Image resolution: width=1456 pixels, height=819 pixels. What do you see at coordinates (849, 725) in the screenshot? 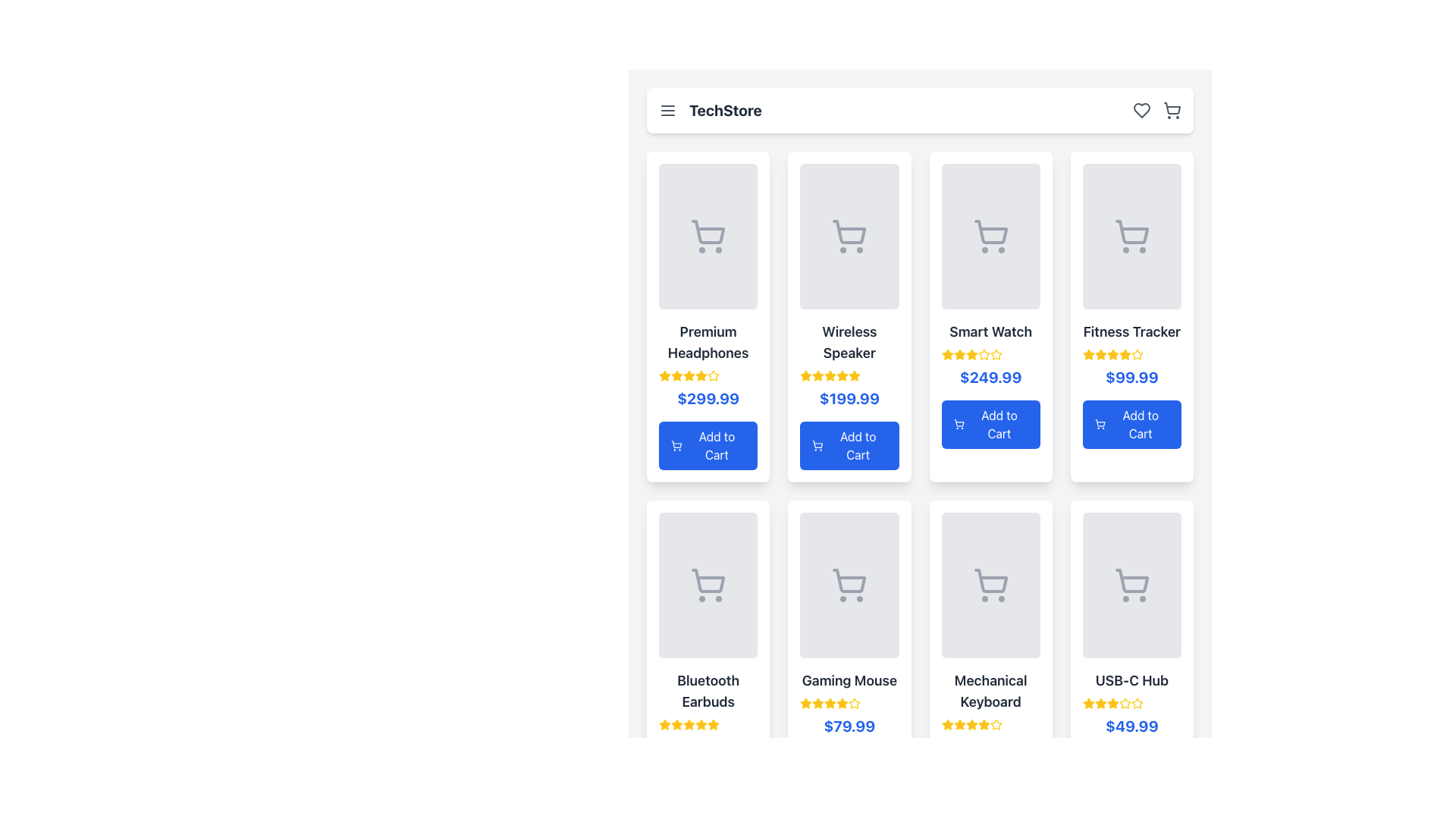
I see `the static text displaying the price of the product labeled 'Gaming Mouse', located between the product name and the 'Add to Cart' button` at bounding box center [849, 725].